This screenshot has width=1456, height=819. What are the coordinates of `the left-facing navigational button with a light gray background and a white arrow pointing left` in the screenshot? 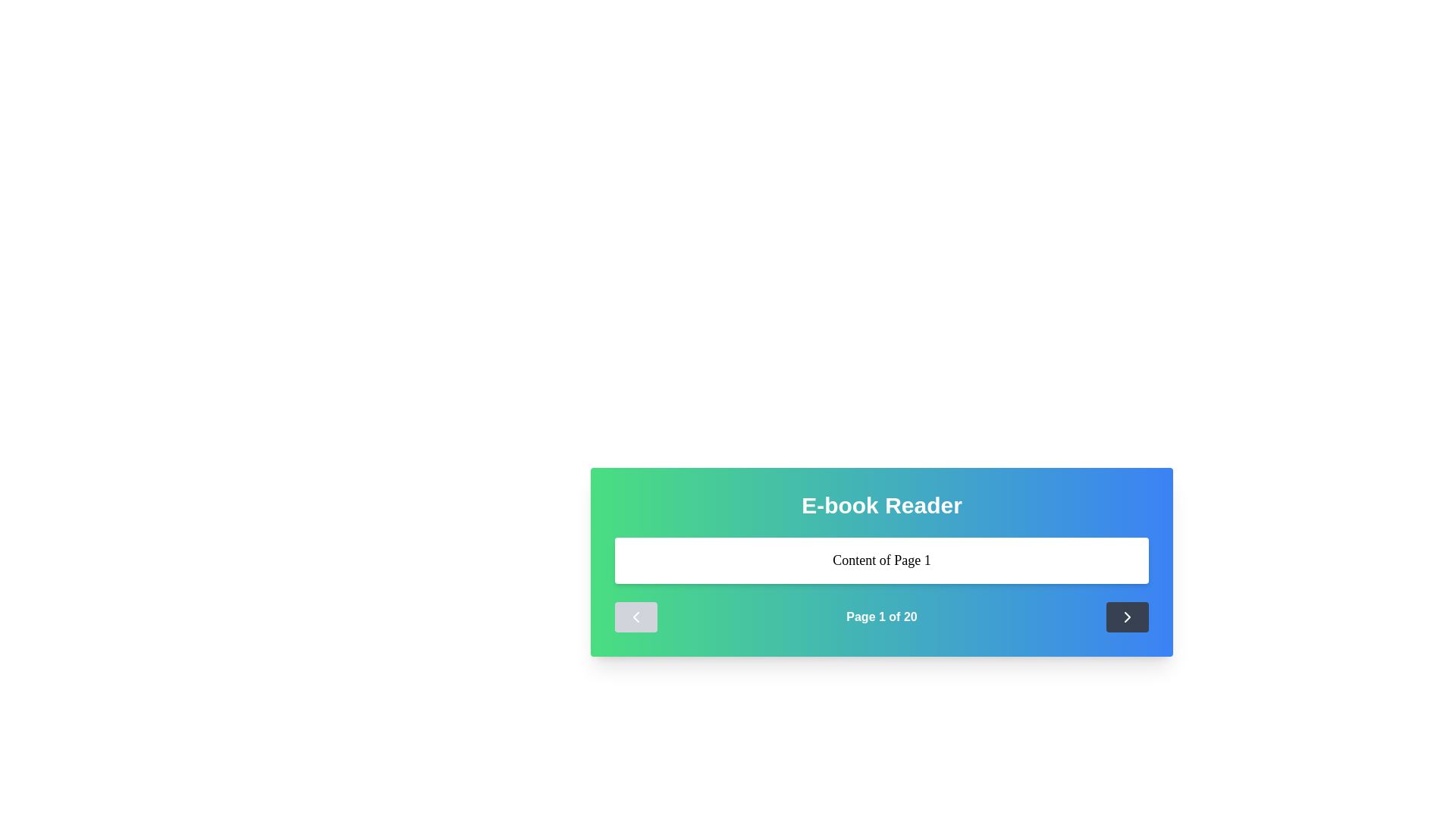 It's located at (636, 617).